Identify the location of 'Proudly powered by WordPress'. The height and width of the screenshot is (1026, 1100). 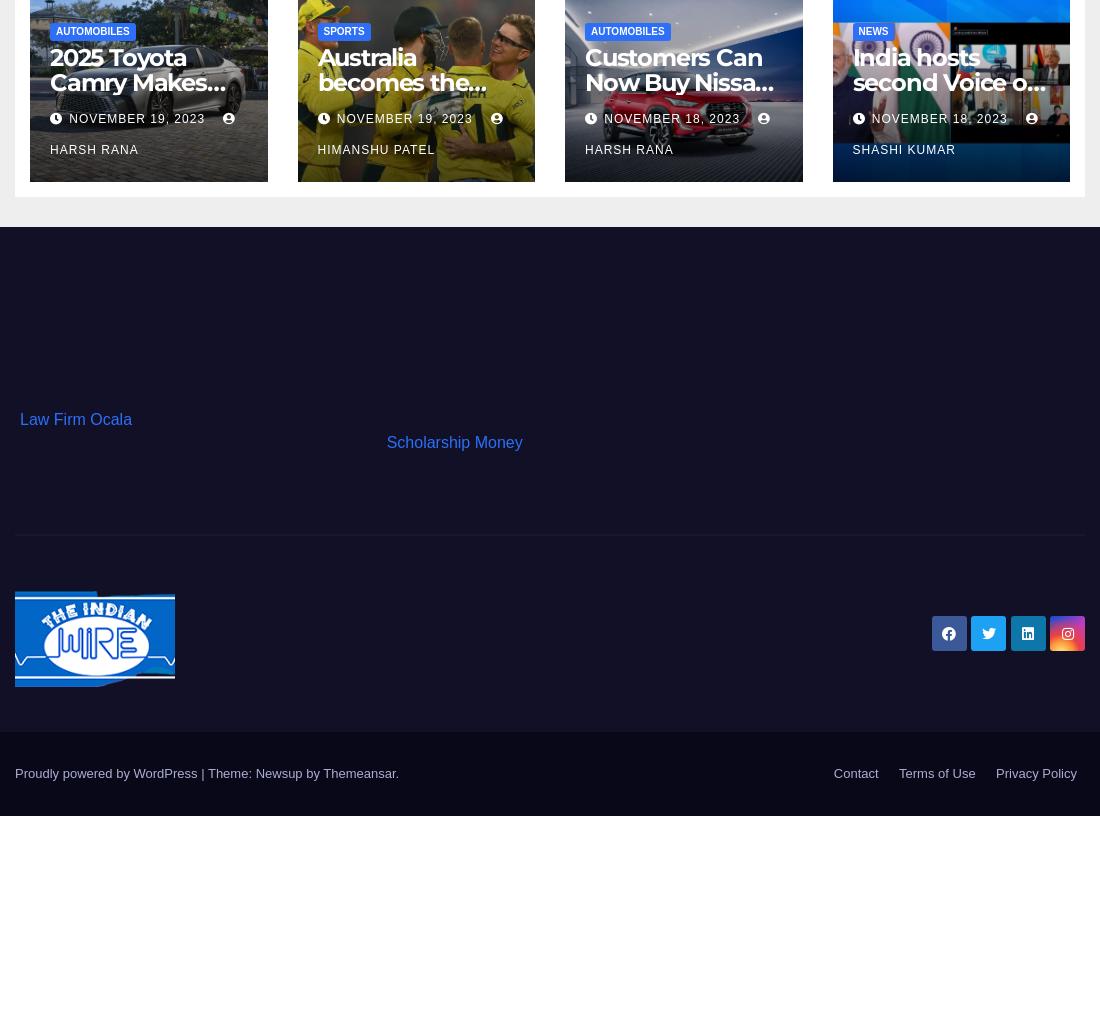
(108, 772).